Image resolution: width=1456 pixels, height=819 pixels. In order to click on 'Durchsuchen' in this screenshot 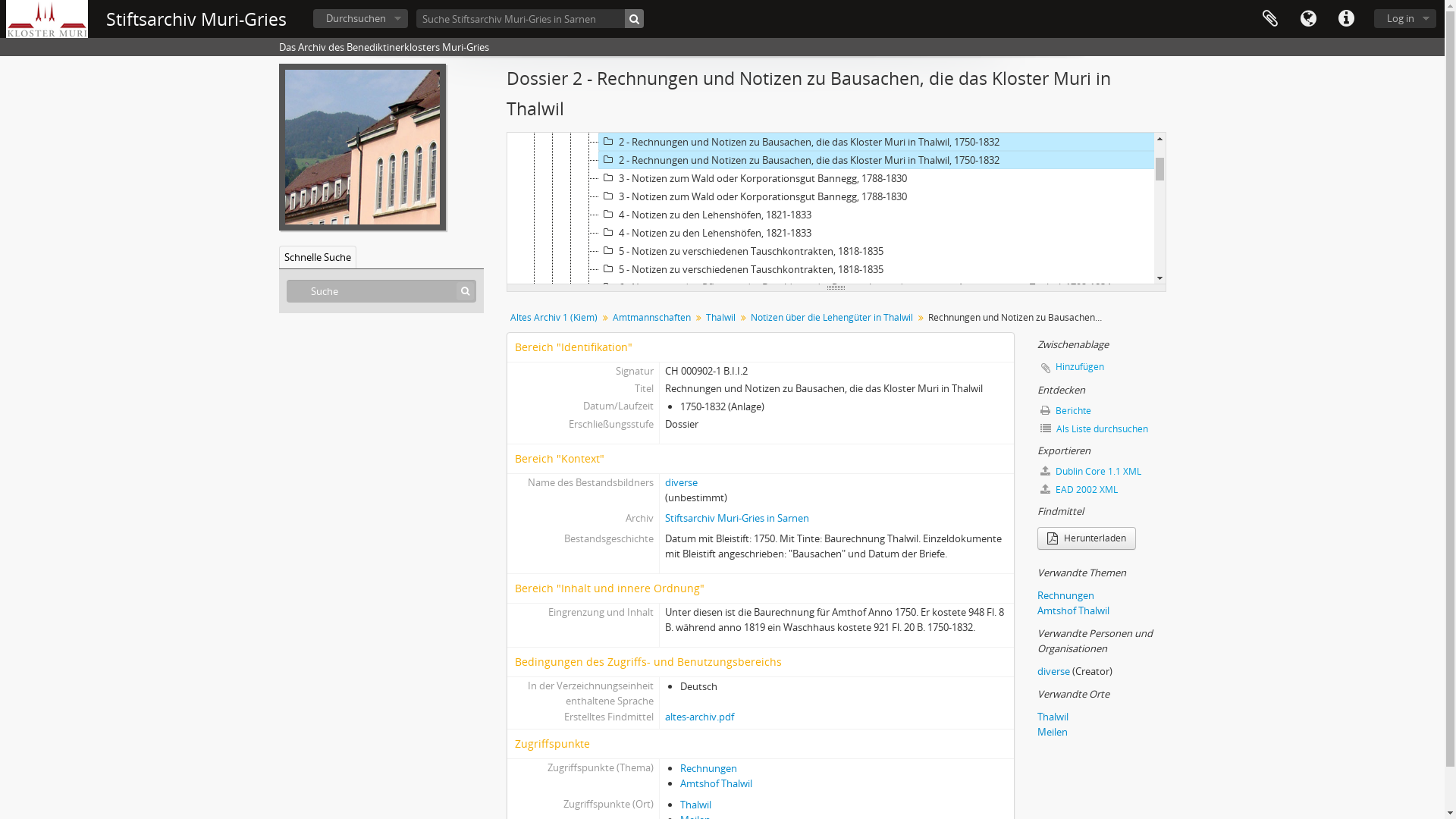, I will do `click(359, 18)`.